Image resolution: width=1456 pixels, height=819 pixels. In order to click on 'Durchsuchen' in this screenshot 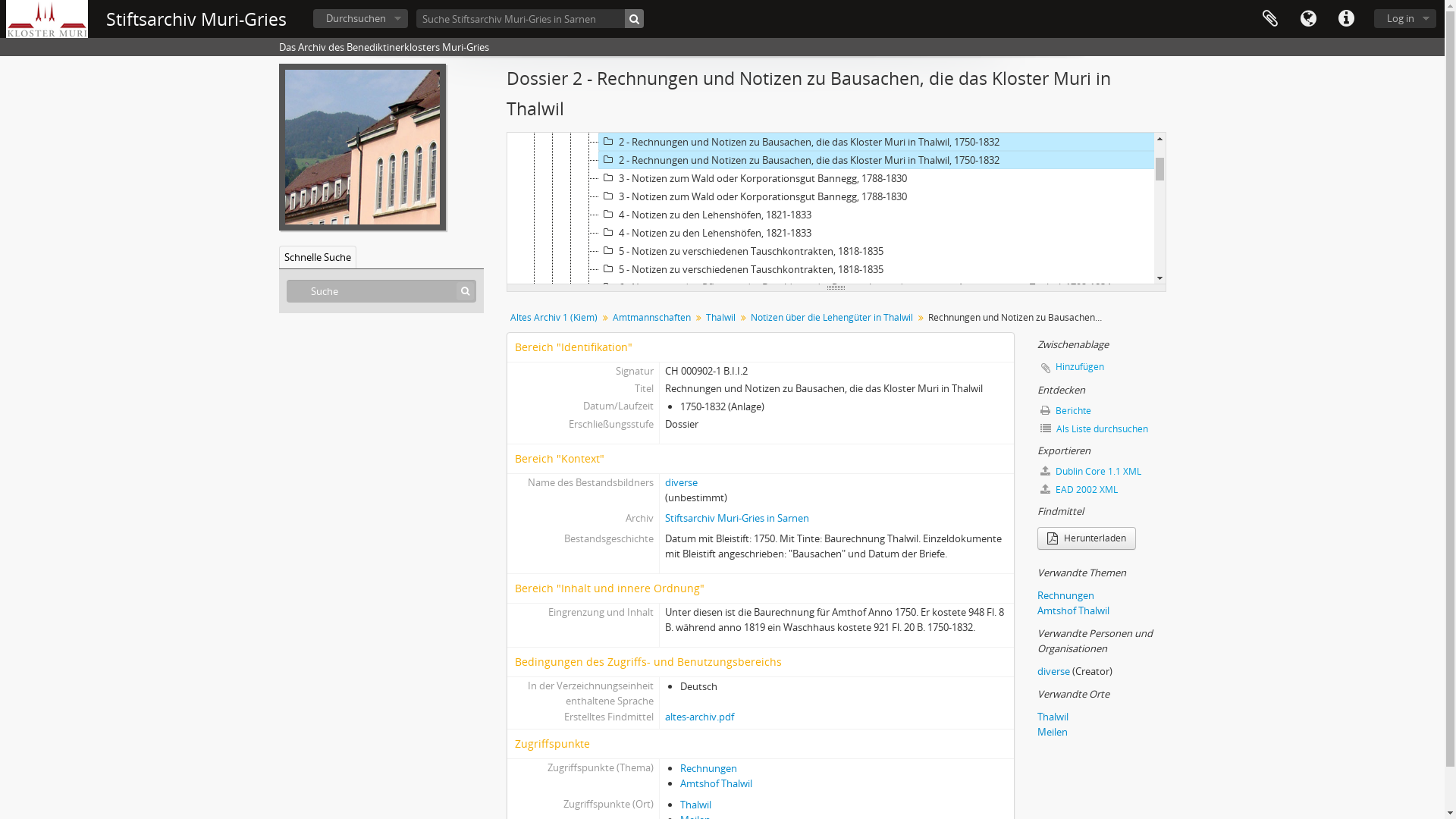, I will do `click(359, 18)`.